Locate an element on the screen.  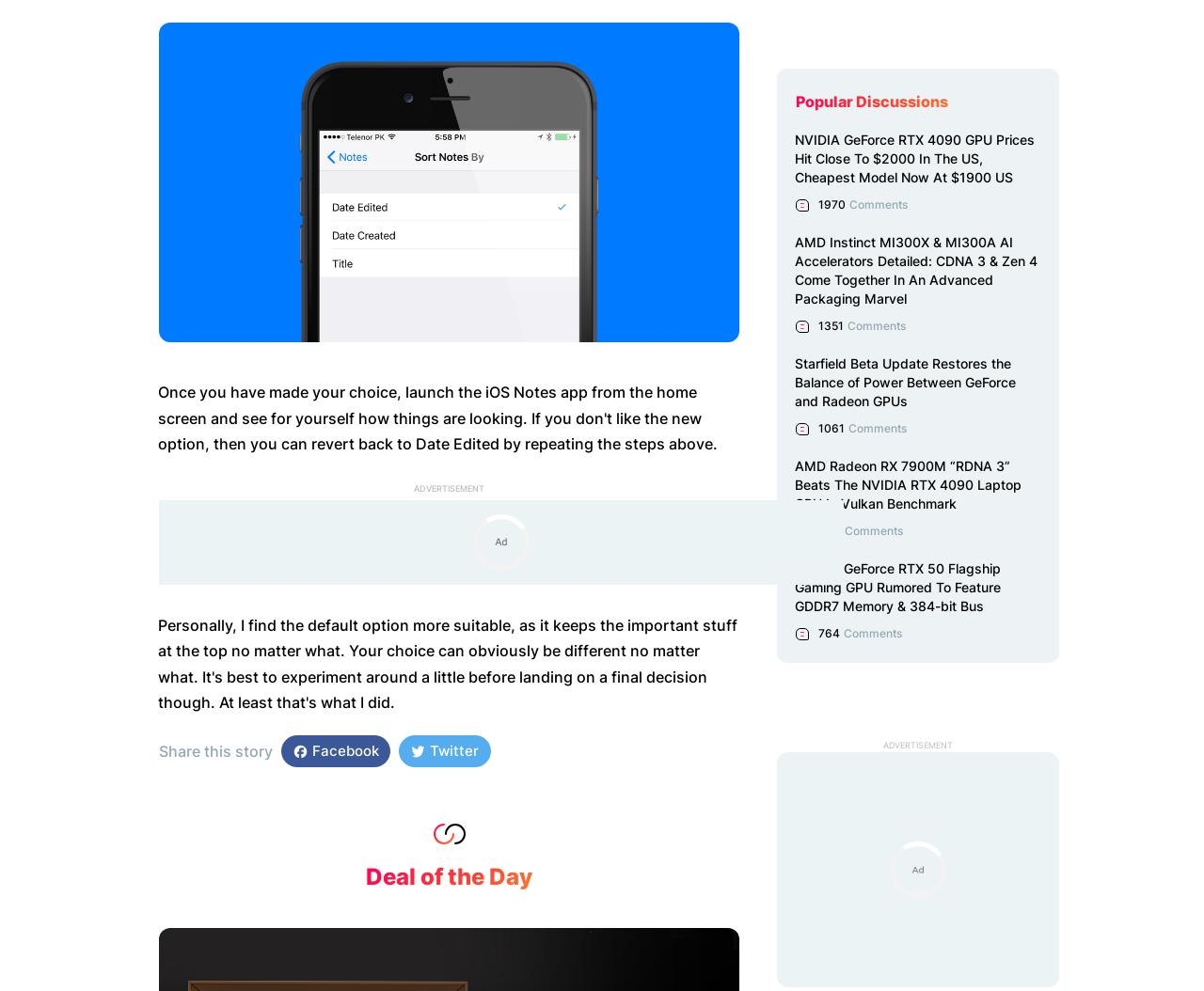
'764' is located at coordinates (828, 633).